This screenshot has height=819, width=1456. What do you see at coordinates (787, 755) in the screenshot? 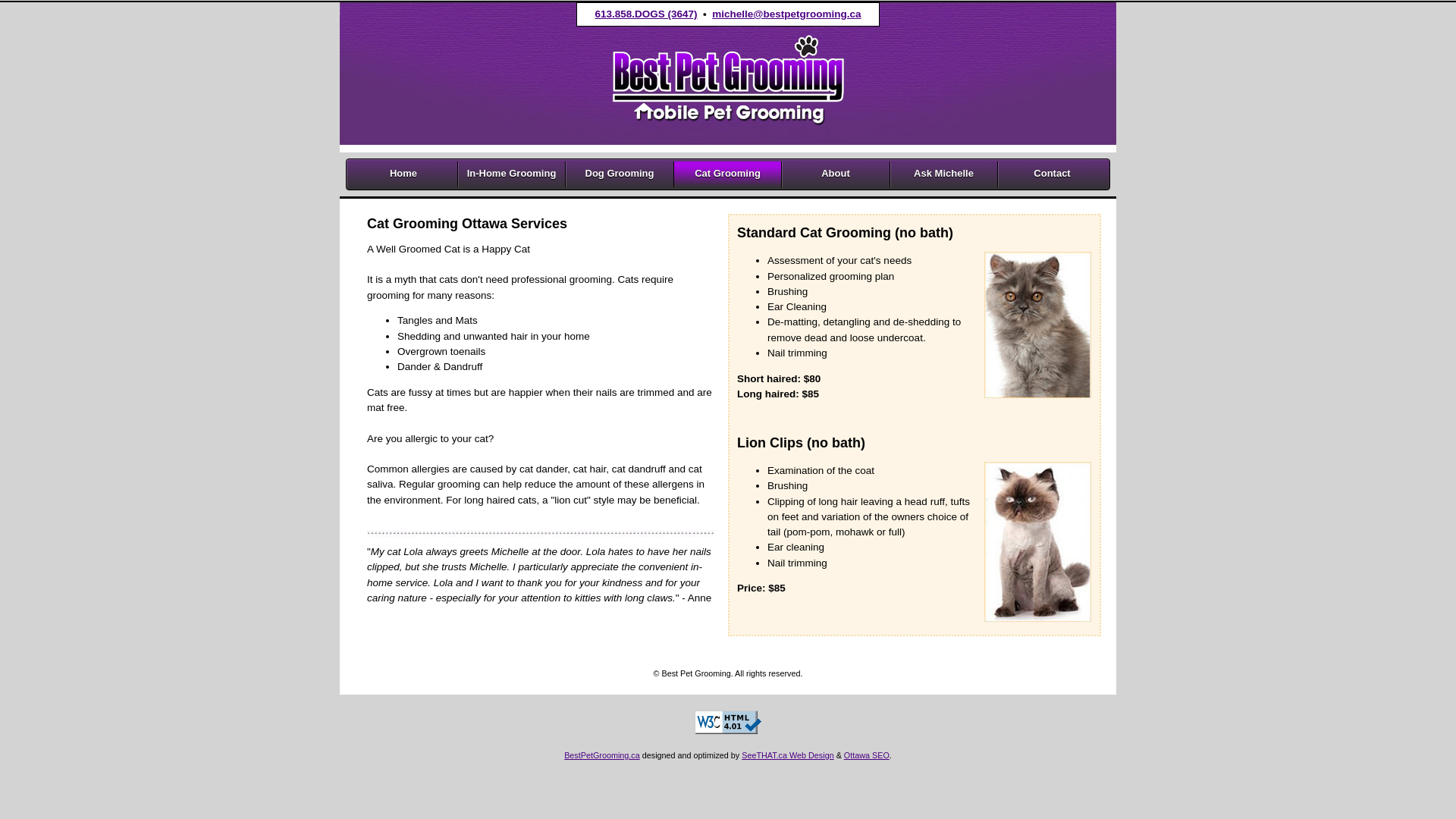
I see `'SeeTHAT.ca Web Design'` at bounding box center [787, 755].